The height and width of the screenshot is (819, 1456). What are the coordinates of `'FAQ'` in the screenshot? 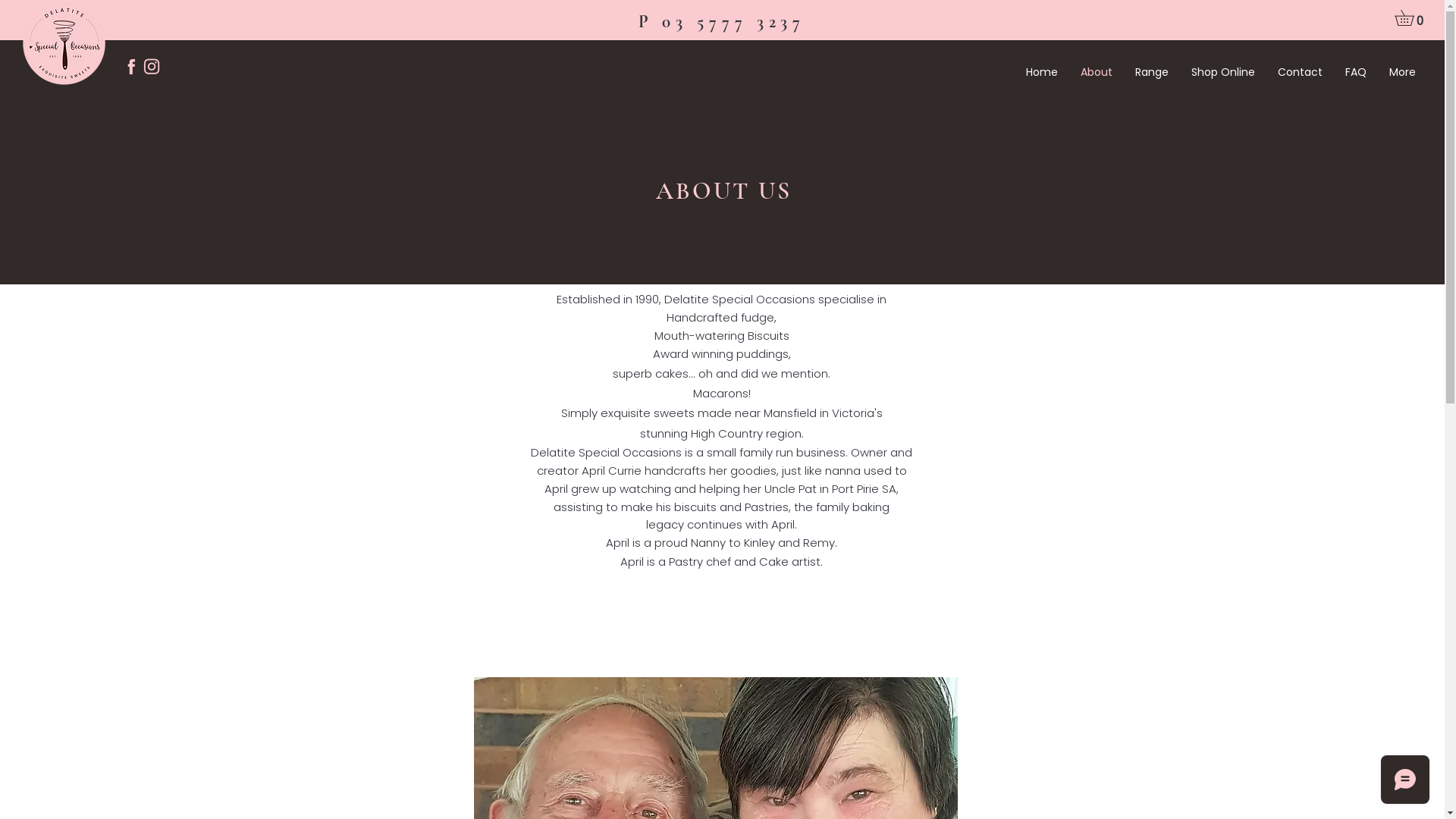 It's located at (1332, 72).